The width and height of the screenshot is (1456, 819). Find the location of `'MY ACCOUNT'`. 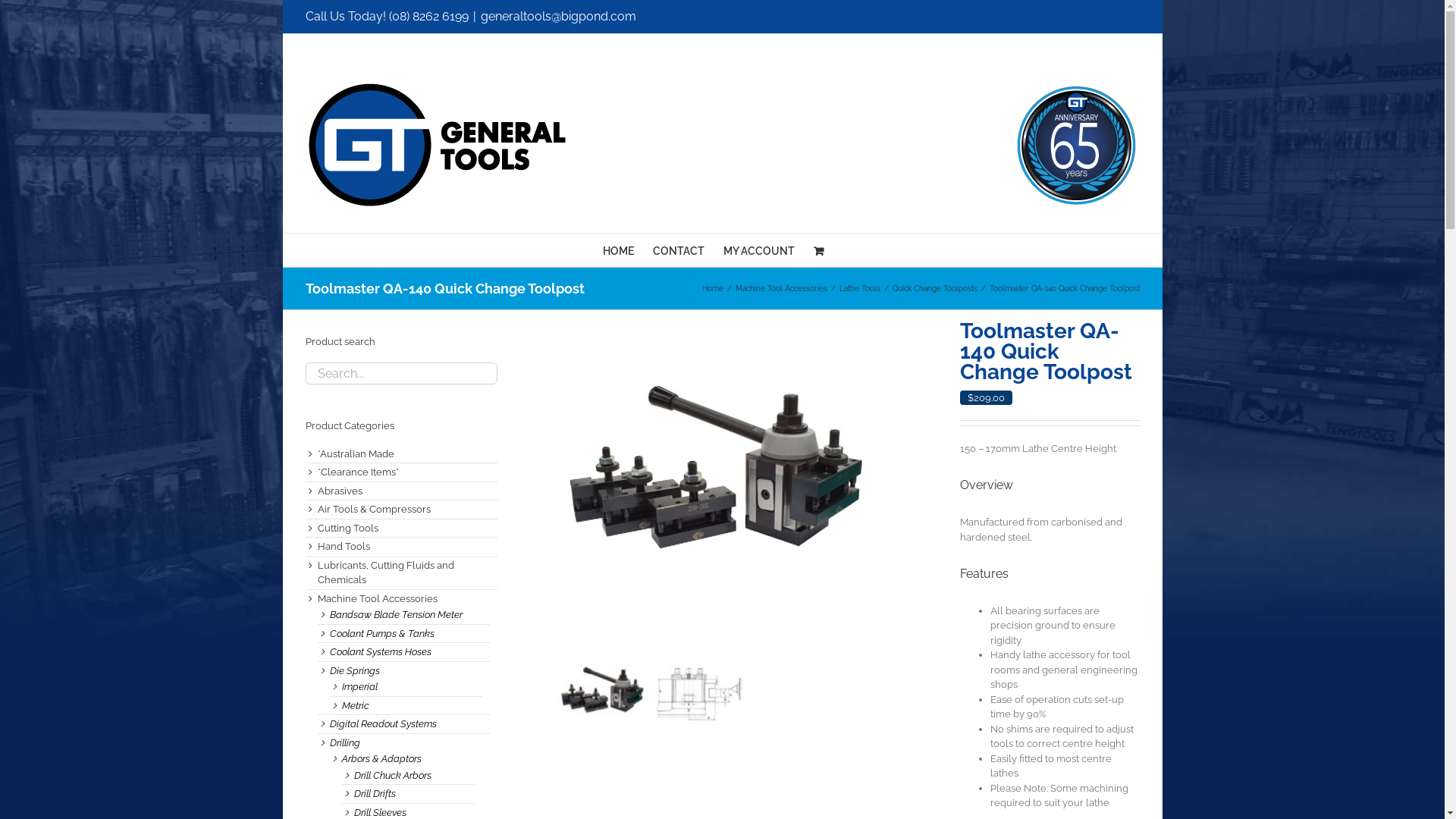

'MY ACCOUNT' is located at coordinates (759, 249).